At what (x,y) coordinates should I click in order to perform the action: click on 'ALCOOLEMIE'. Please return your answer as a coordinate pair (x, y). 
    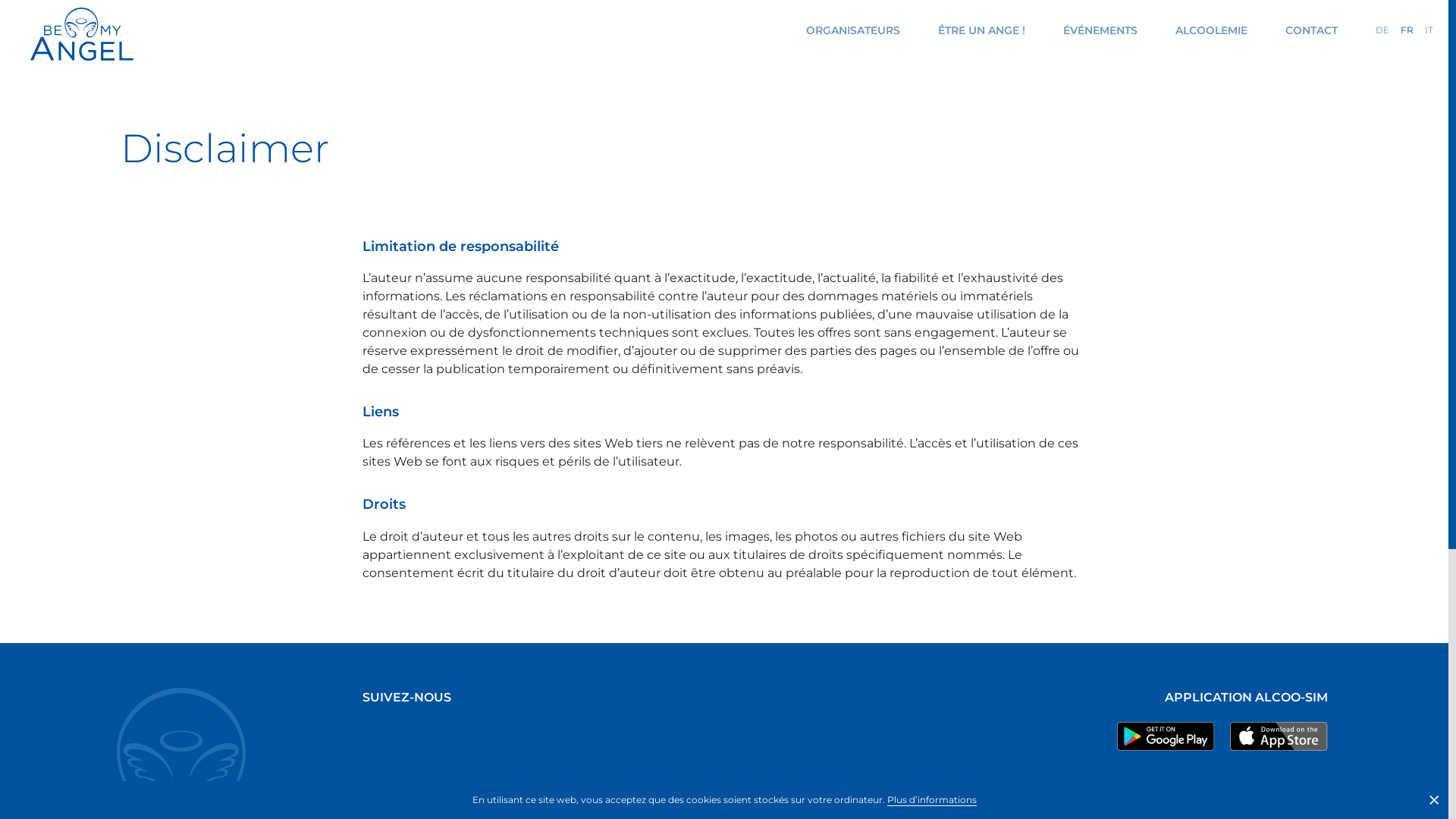
    Looking at the image, I should click on (1210, 30).